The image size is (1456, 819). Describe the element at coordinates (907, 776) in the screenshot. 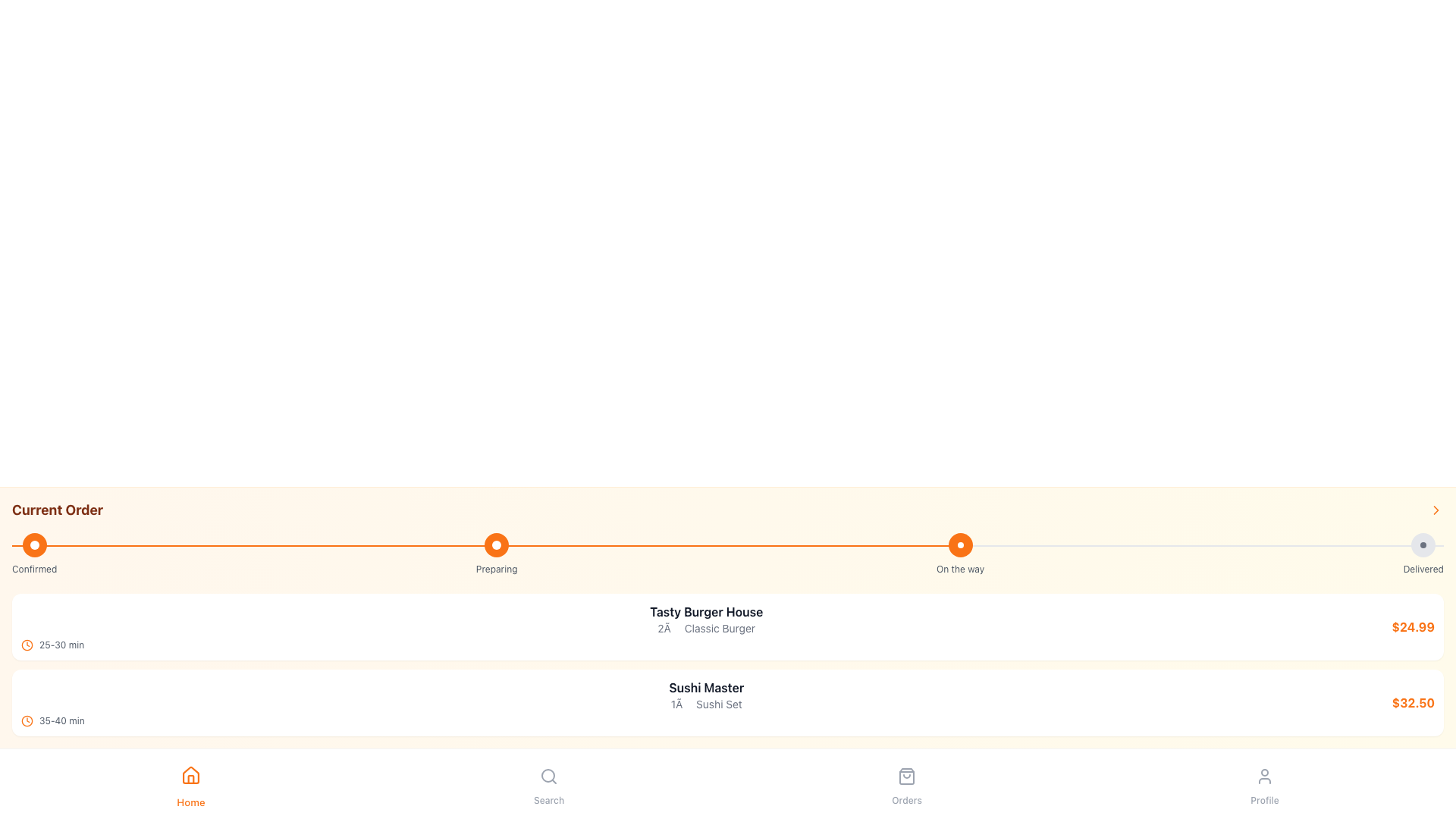

I see `the shopping bag icon located in the bottom navigation bar of the application interface` at that location.